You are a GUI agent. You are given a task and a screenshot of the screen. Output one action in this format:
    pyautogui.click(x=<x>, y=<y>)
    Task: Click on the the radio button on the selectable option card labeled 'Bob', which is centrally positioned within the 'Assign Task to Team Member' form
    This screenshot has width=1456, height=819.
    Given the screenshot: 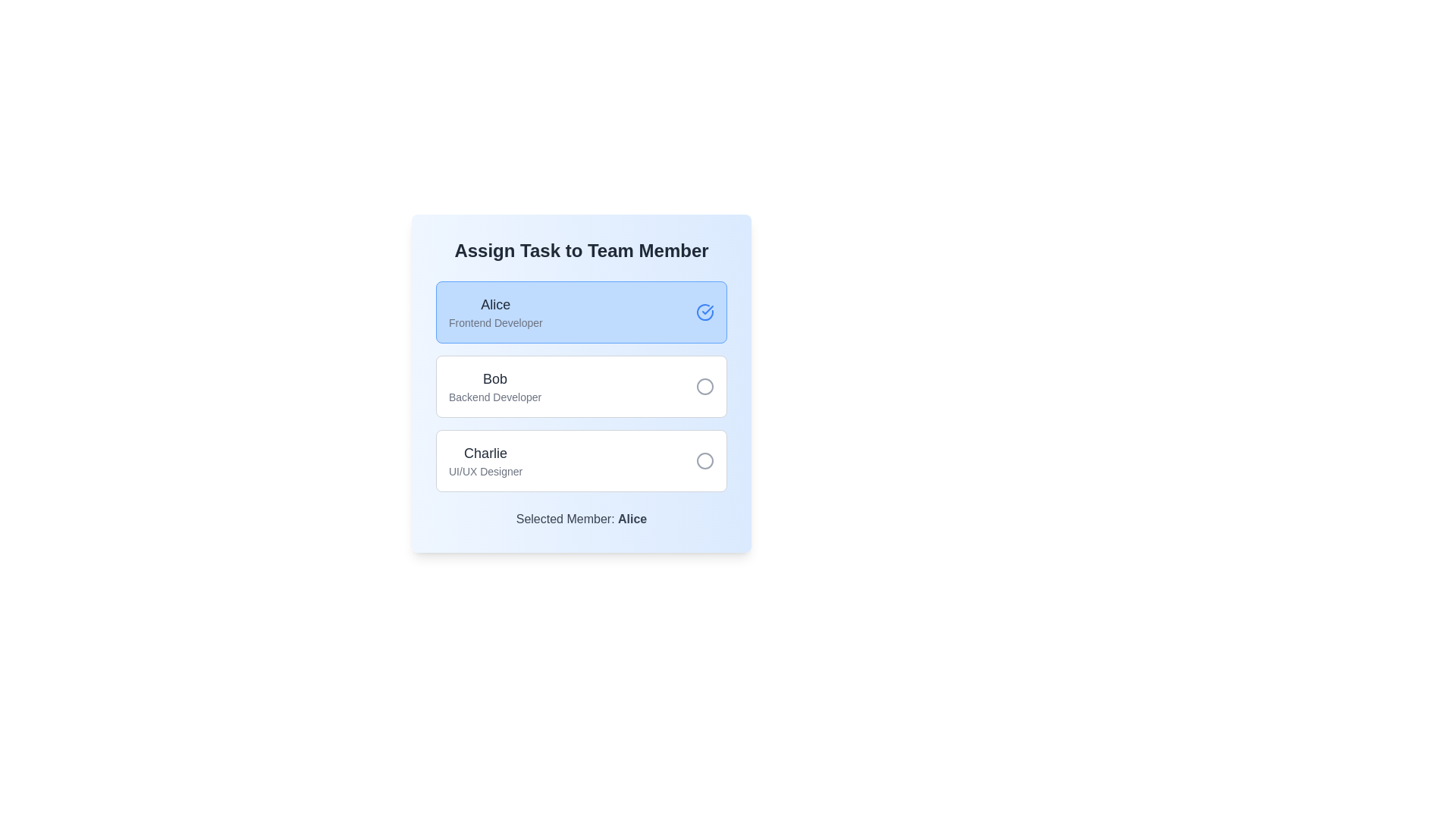 What is the action you would take?
    pyautogui.click(x=581, y=385)
    